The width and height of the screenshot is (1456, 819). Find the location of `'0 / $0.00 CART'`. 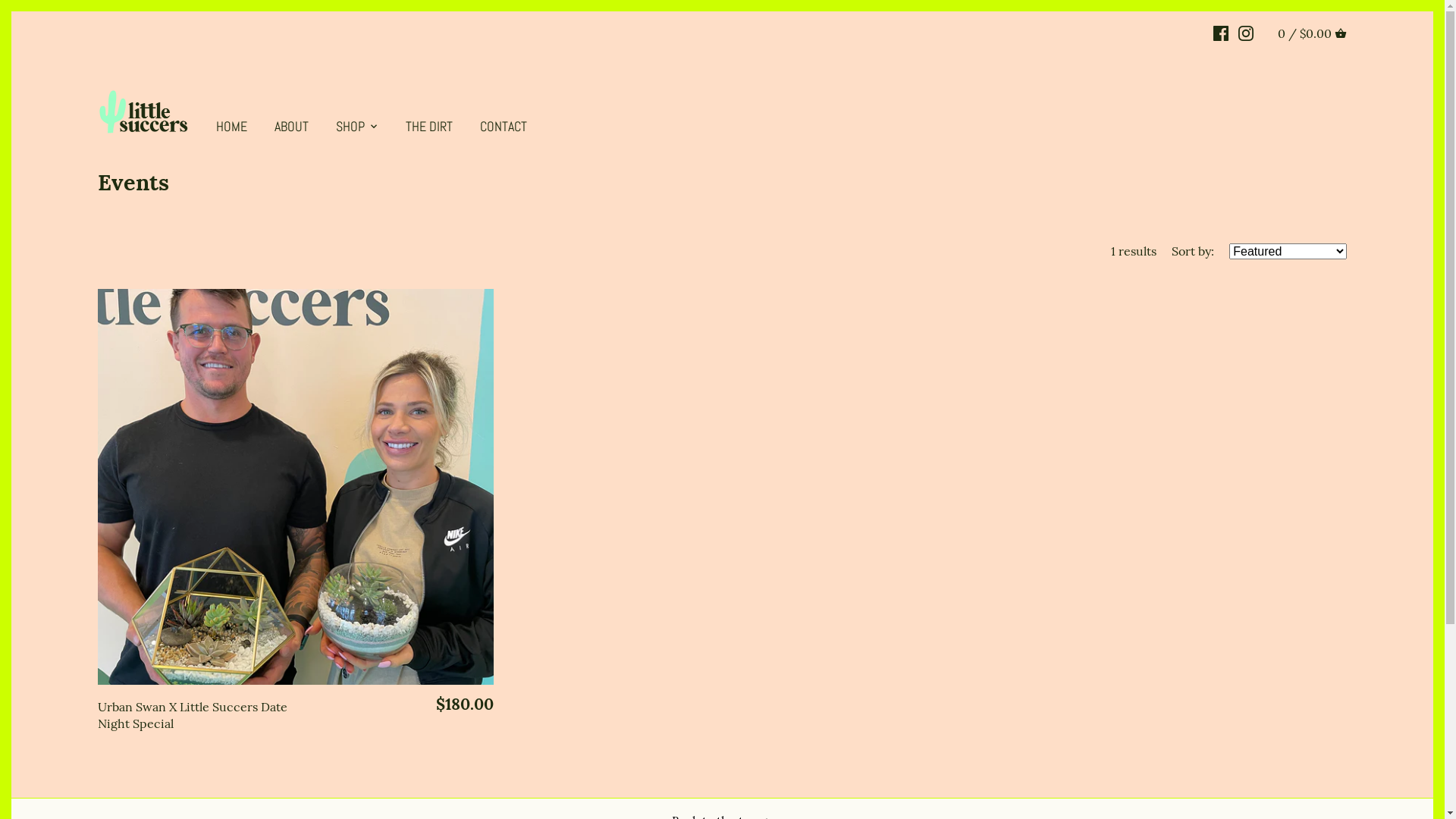

'0 / $0.00 CART' is located at coordinates (1311, 32).